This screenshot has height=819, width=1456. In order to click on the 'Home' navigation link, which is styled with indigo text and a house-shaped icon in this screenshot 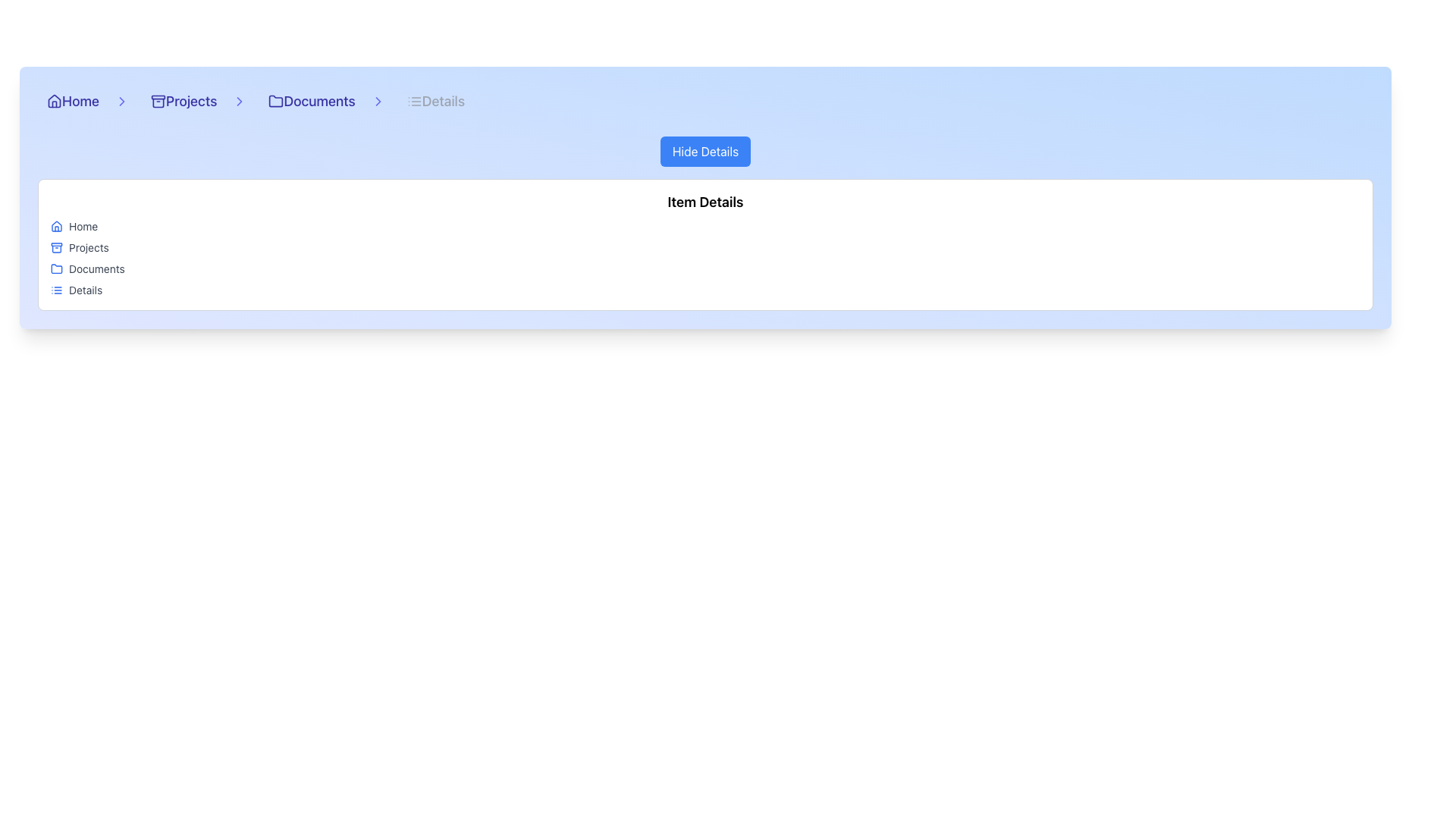, I will do `click(72, 102)`.